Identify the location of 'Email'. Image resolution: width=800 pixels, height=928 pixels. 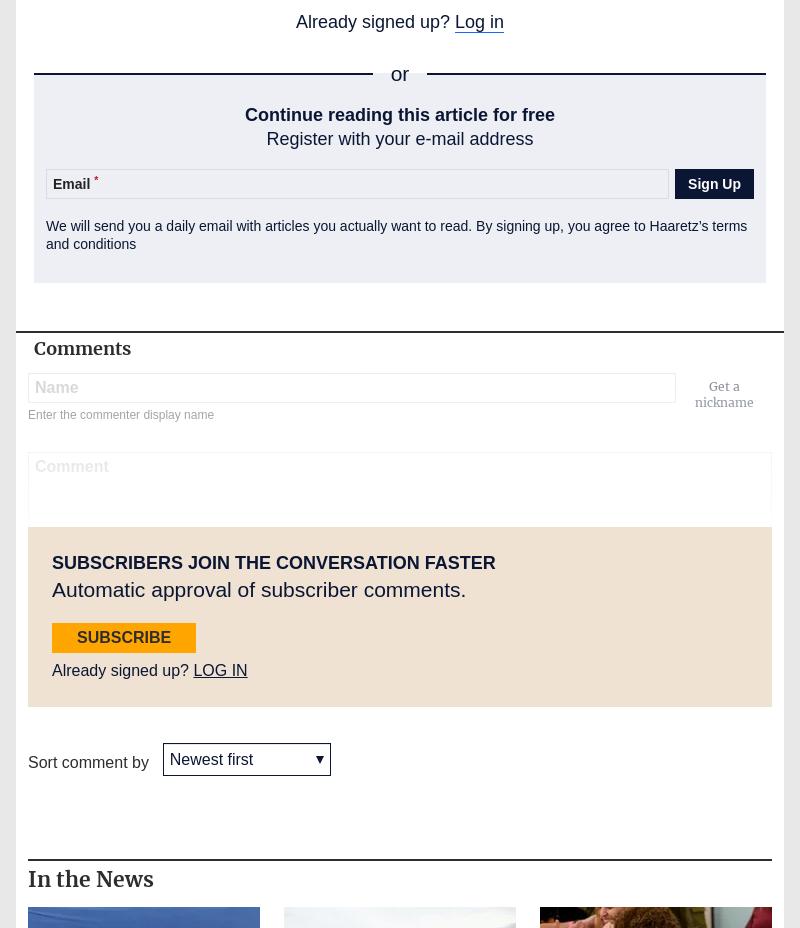
(52, 183).